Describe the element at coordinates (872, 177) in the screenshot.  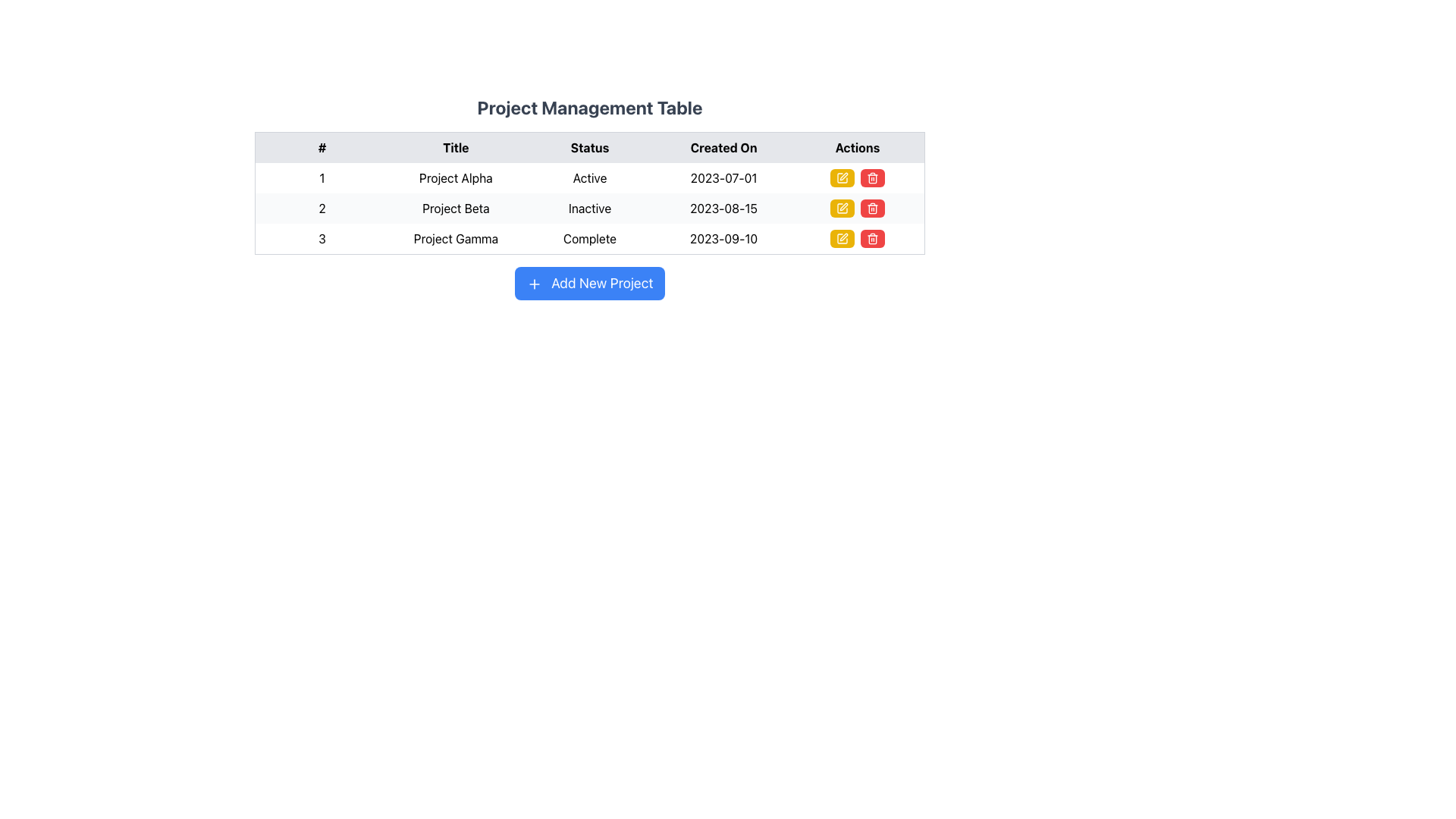
I see `the delete button located in the 'Actions' column of the table for 'Project Gamma'` at that location.